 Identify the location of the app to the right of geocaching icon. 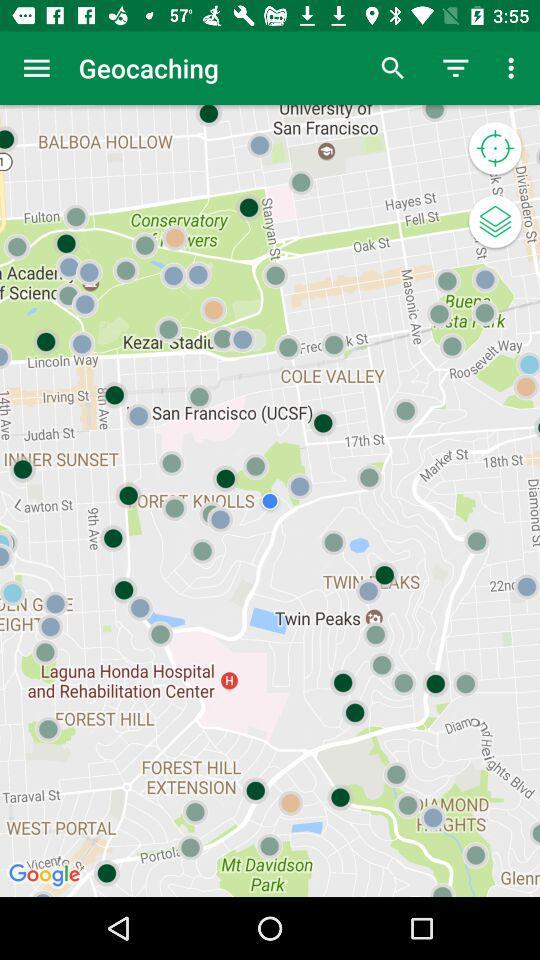
(393, 68).